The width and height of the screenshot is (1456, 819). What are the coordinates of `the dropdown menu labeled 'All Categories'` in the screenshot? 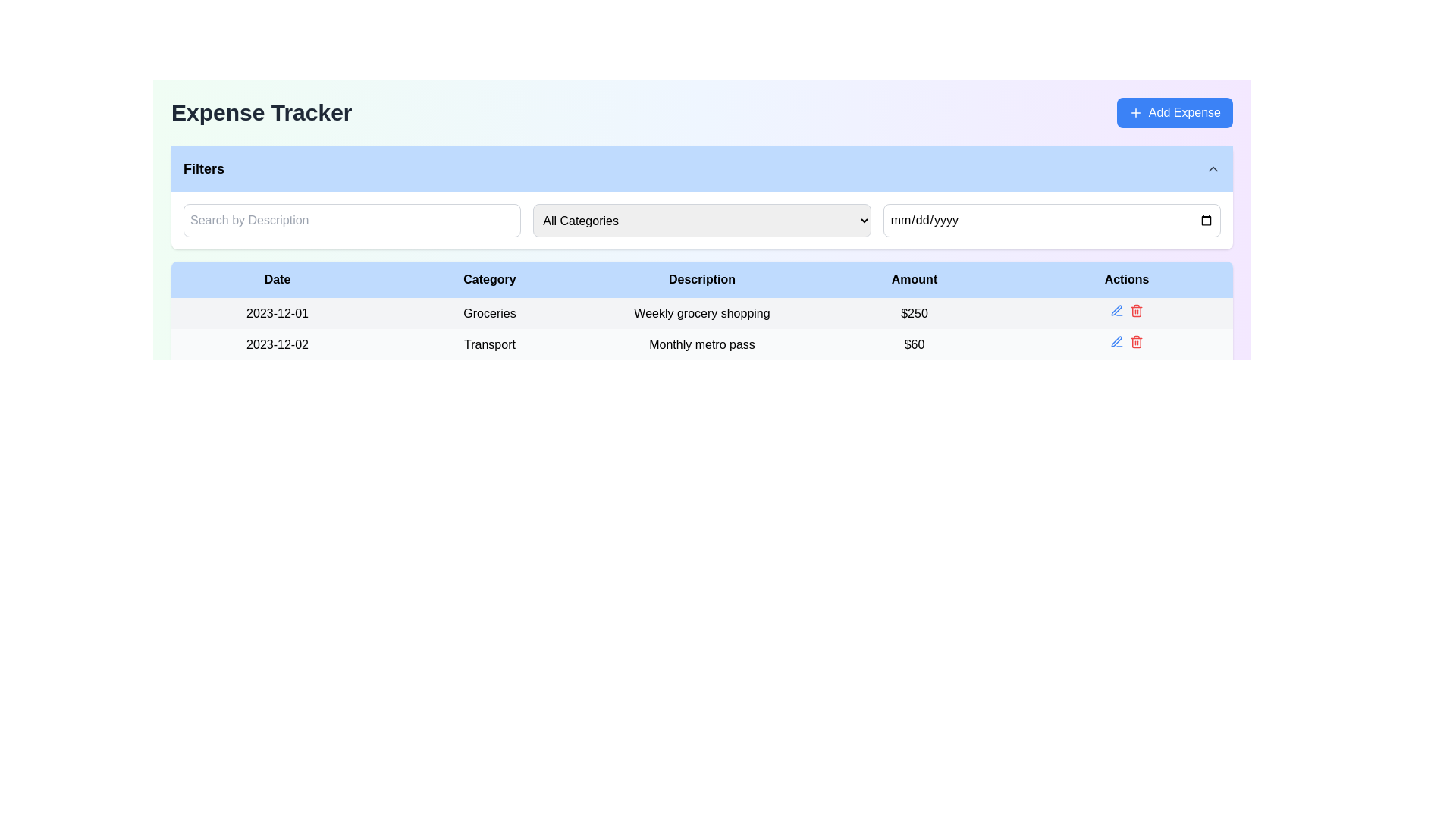 It's located at (701, 220).